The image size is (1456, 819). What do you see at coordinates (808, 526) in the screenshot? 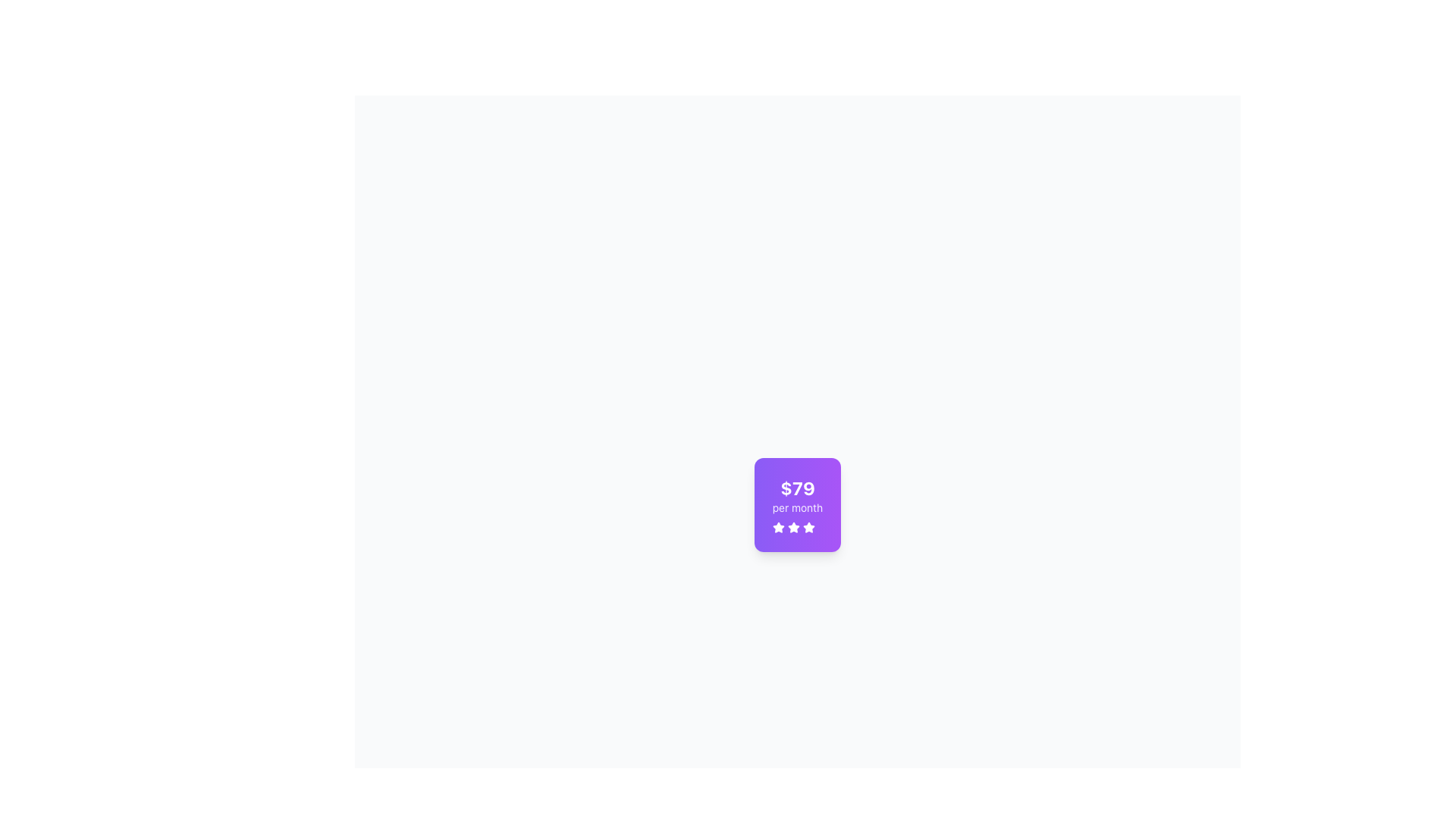
I see `the third star in the horizontal sequence of rating stars to rate it` at bounding box center [808, 526].